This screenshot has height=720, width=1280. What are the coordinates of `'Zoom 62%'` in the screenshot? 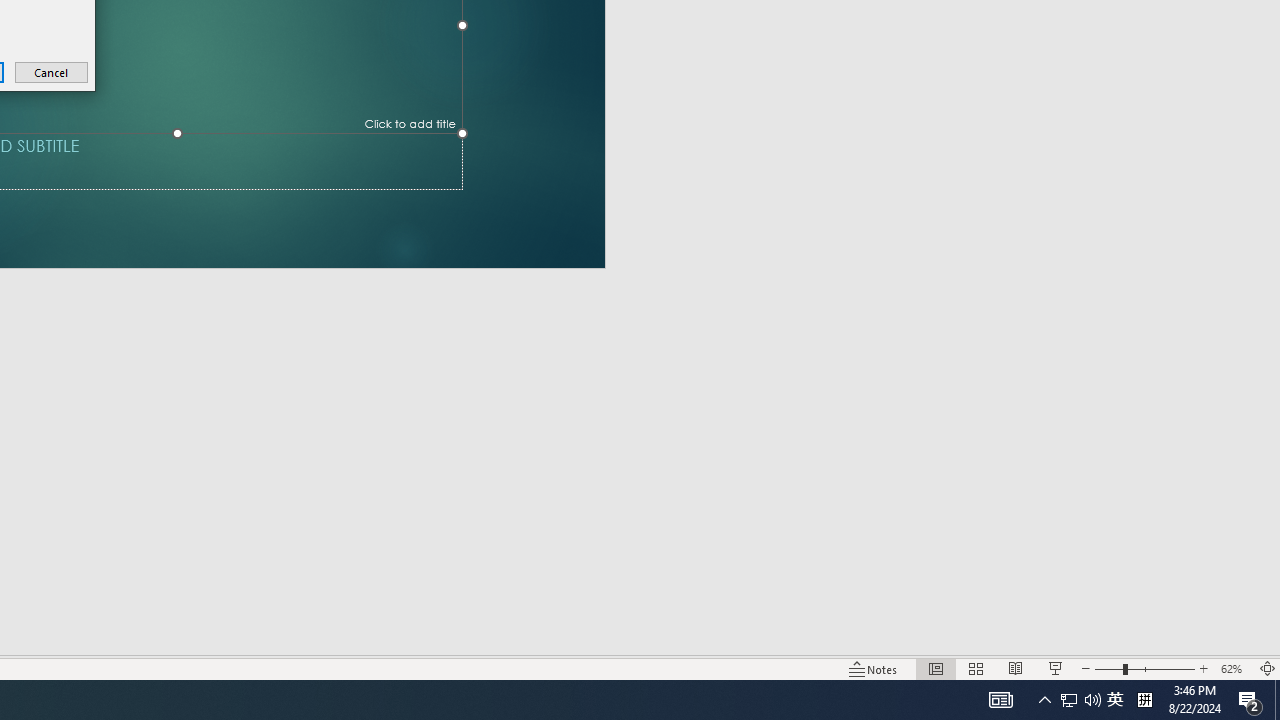 It's located at (1233, 669).